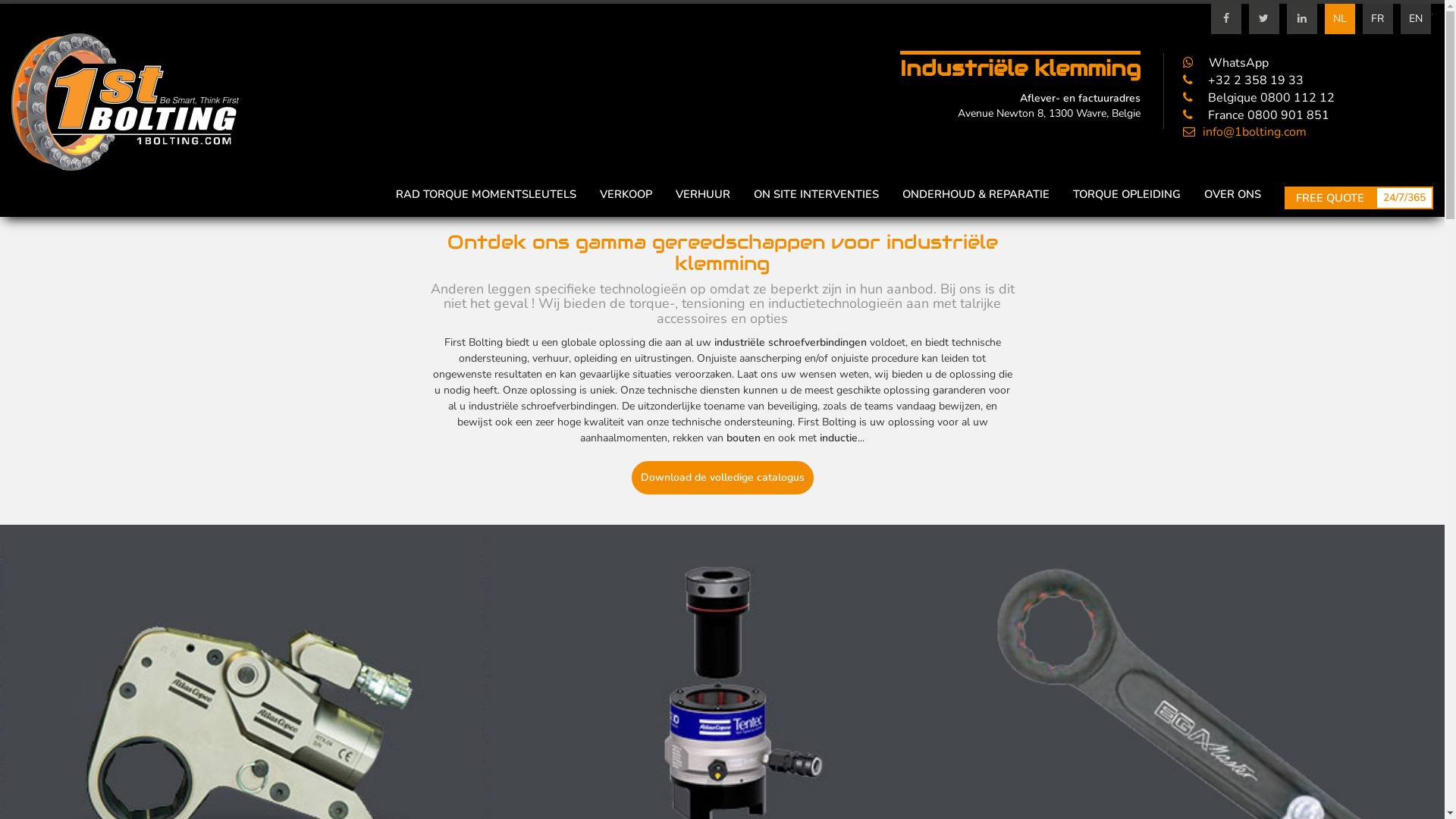 The height and width of the screenshot is (819, 1456). What do you see at coordinates (1182, 130) in the screenshot?
I see `'info@1bolting.com'` at bounding box center [1182, 130].